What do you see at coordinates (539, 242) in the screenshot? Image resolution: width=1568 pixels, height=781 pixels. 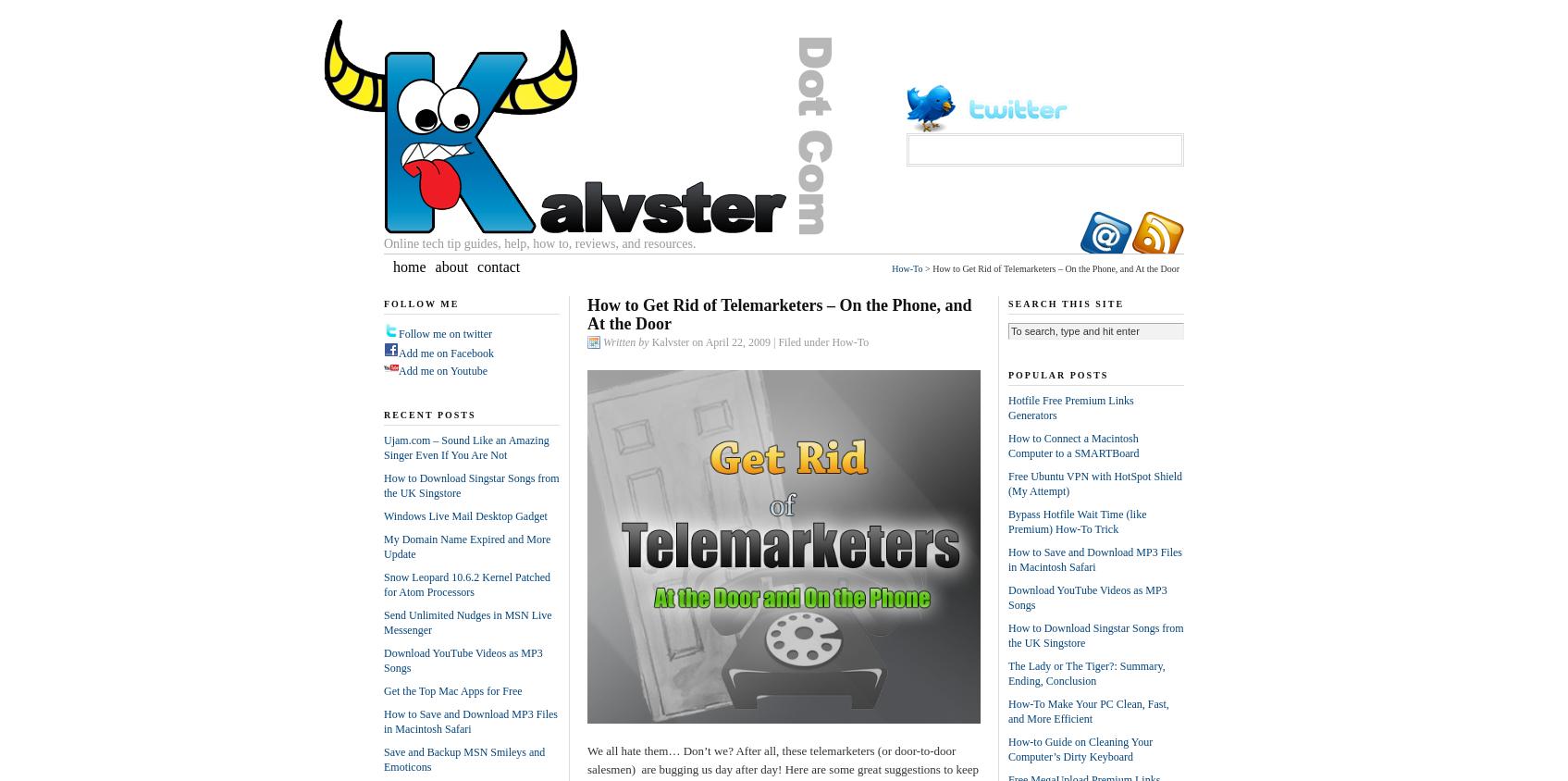 I see `'Online tech tip guides, help, how to, reviews, and resources.'` at bounding box center [539, 242].